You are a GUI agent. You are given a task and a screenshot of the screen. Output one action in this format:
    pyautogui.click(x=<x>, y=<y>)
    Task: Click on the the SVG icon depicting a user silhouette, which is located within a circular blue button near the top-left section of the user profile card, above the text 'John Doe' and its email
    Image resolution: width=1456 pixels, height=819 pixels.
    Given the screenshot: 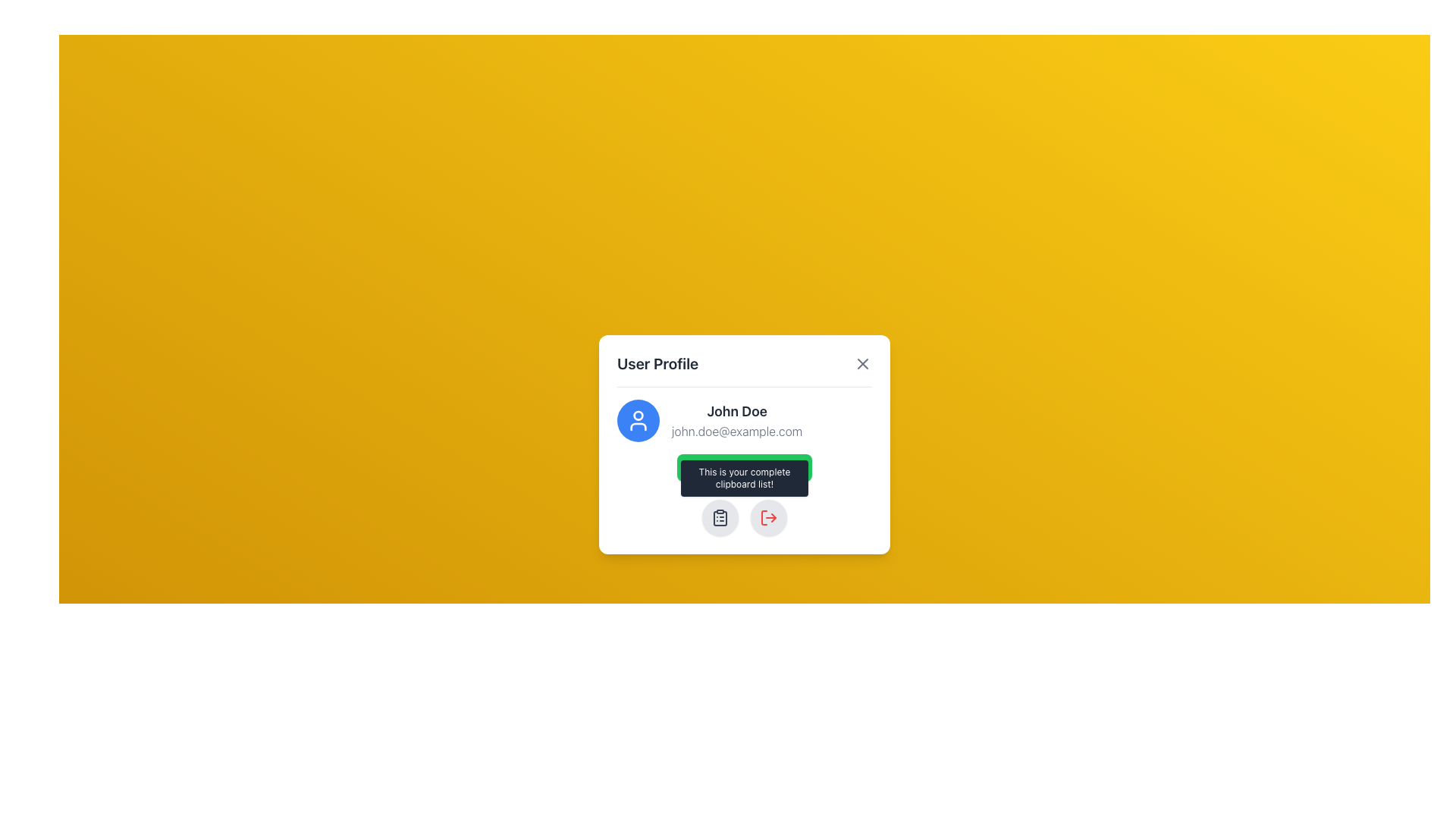 What is the action you would take?
    pyautogui.click(x=638, y=420)
    